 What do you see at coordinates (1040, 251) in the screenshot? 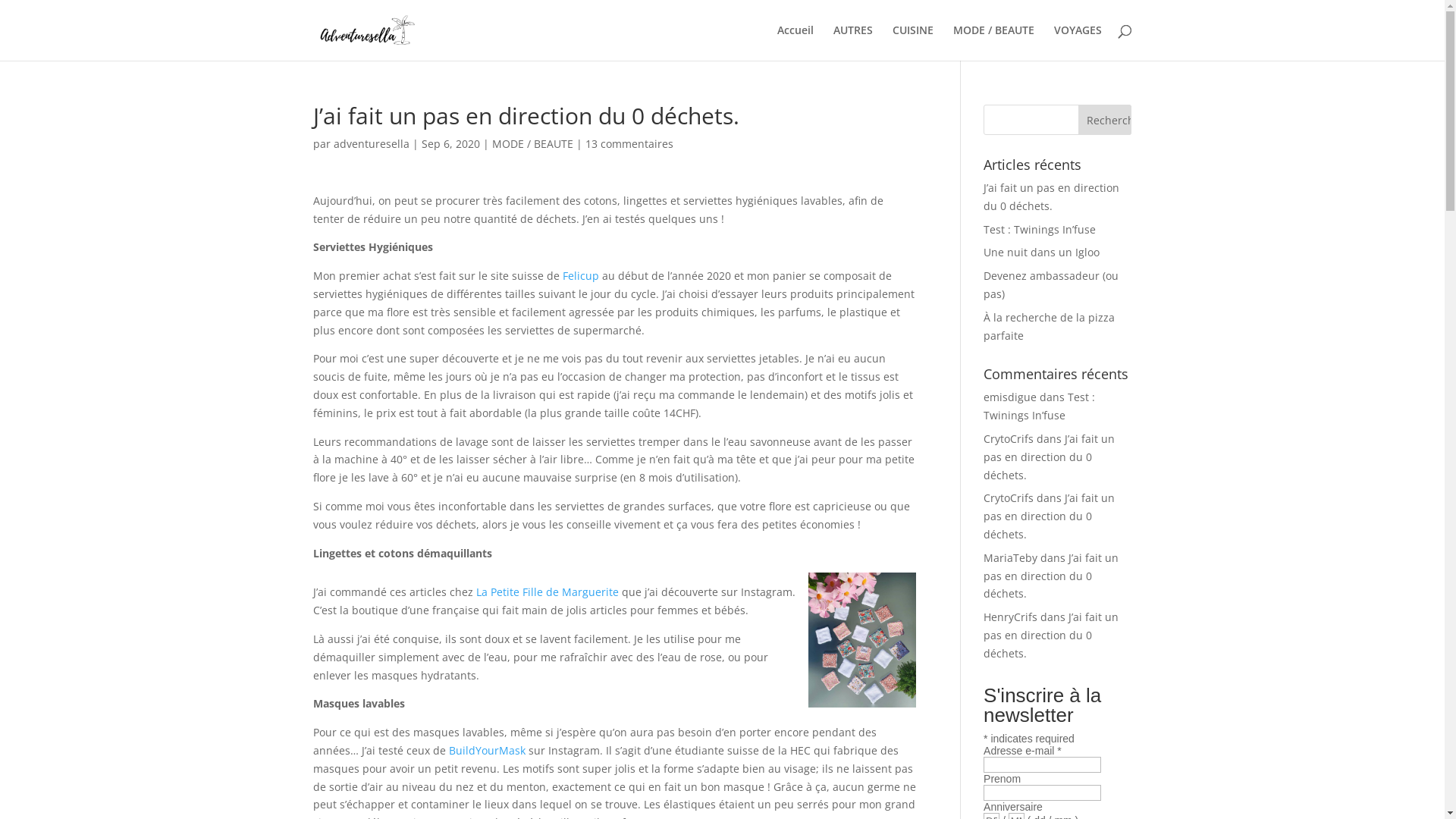
I see `'Une nuit dans un Igloo'` at bounding box center [1040, 251].